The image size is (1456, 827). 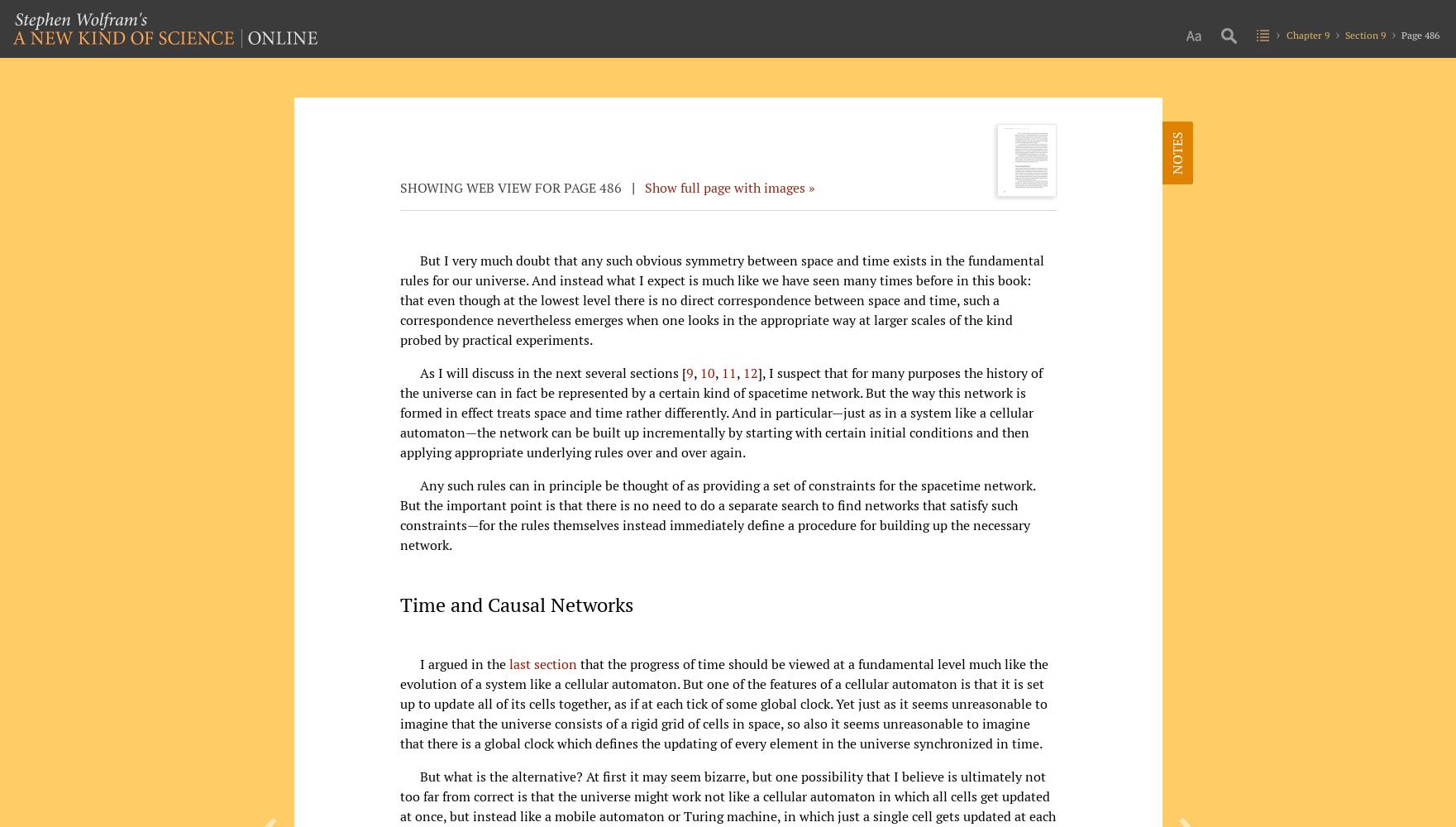 I want to click on 'Chapter 9', so click(x=1306, y=35).